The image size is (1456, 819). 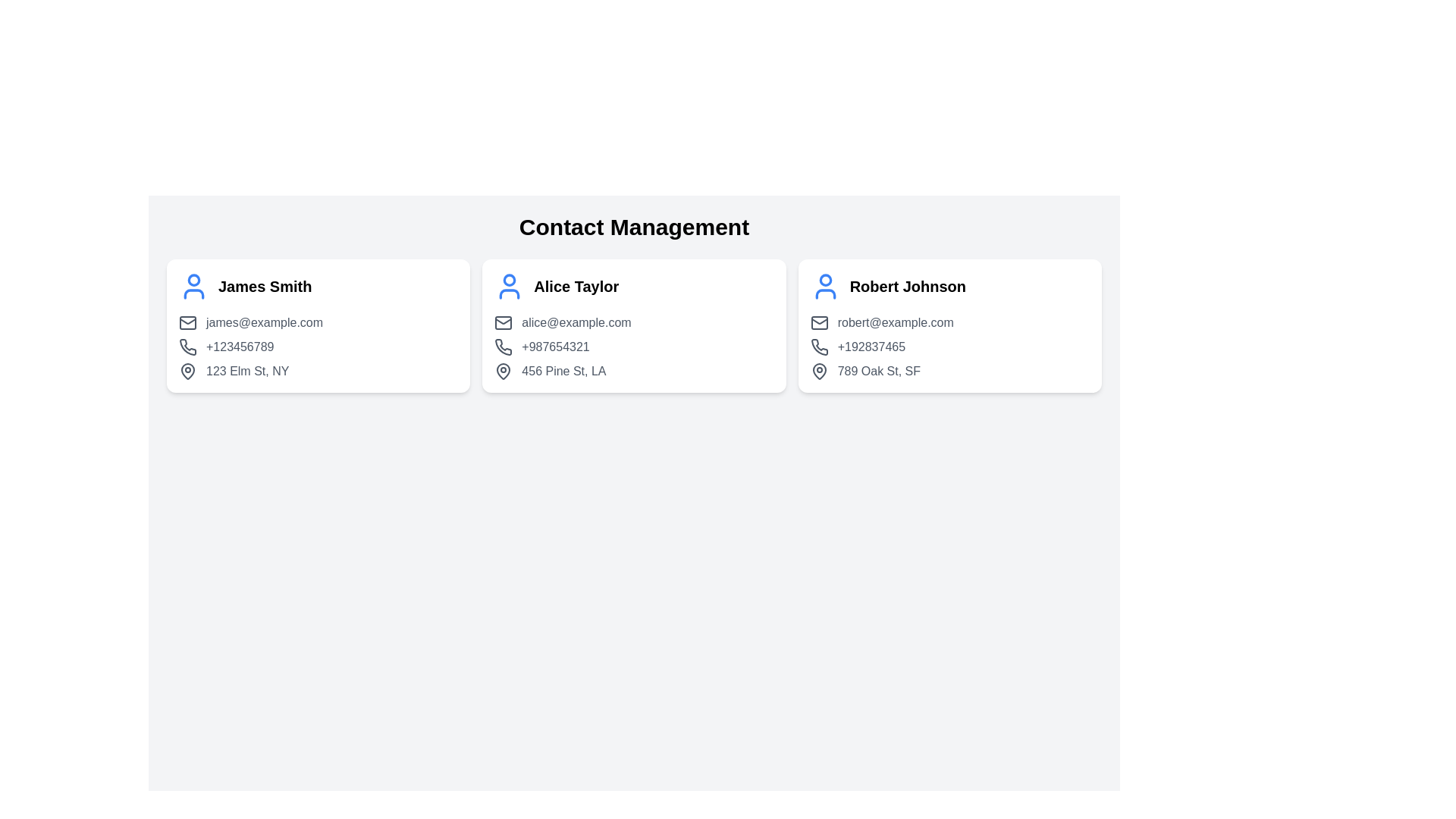 What do you see at coordinates (824, 280) in the screenshot?
I see `the decorative graphical component representing the head of the user in the profile image within the blue profile icon of the card labeled 'Robert Johnson'` at bounding box center [824, 280].